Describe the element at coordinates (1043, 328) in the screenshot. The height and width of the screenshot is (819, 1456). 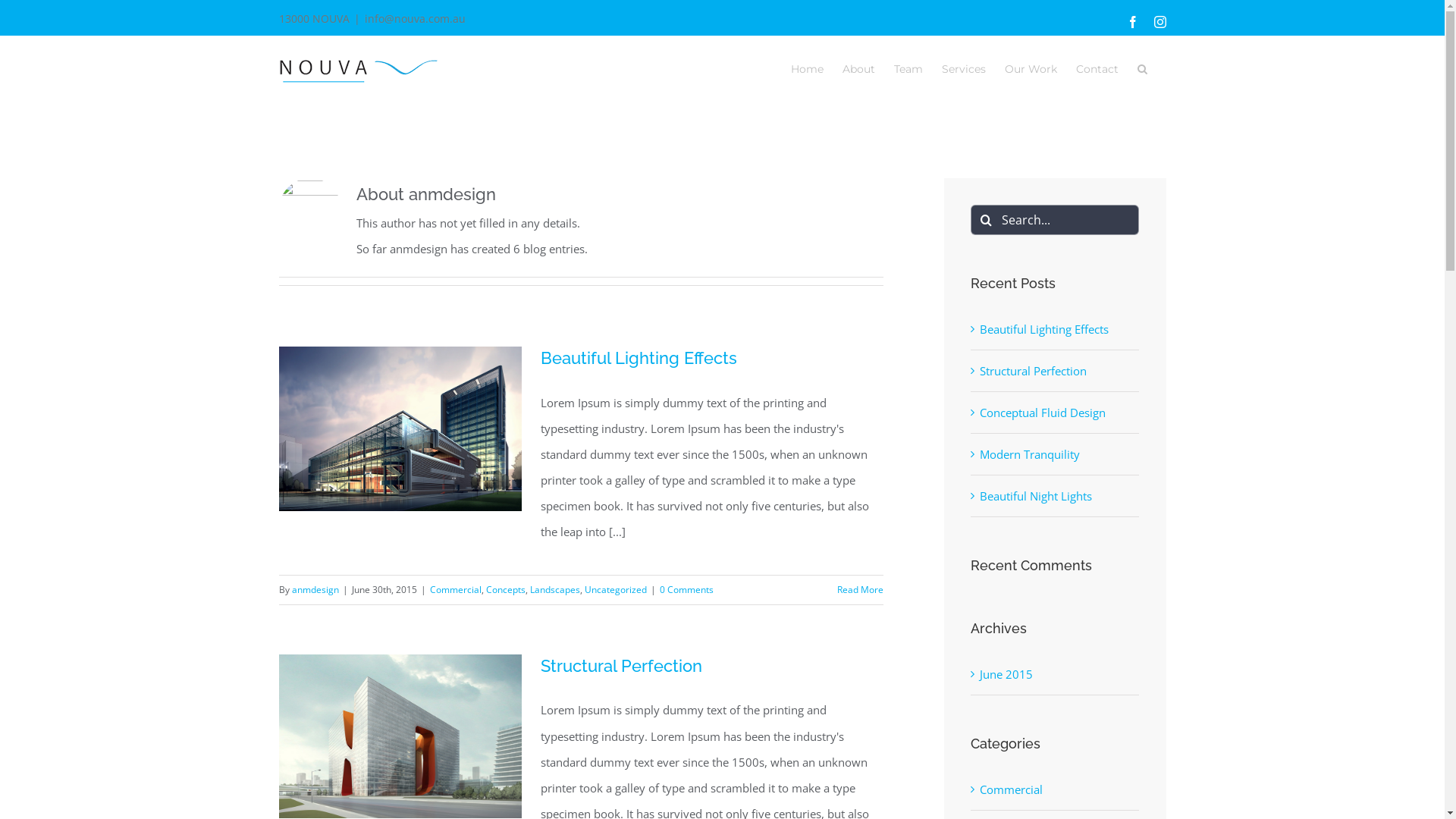
I see `'Beautiful Lighting Effects'` at that location.